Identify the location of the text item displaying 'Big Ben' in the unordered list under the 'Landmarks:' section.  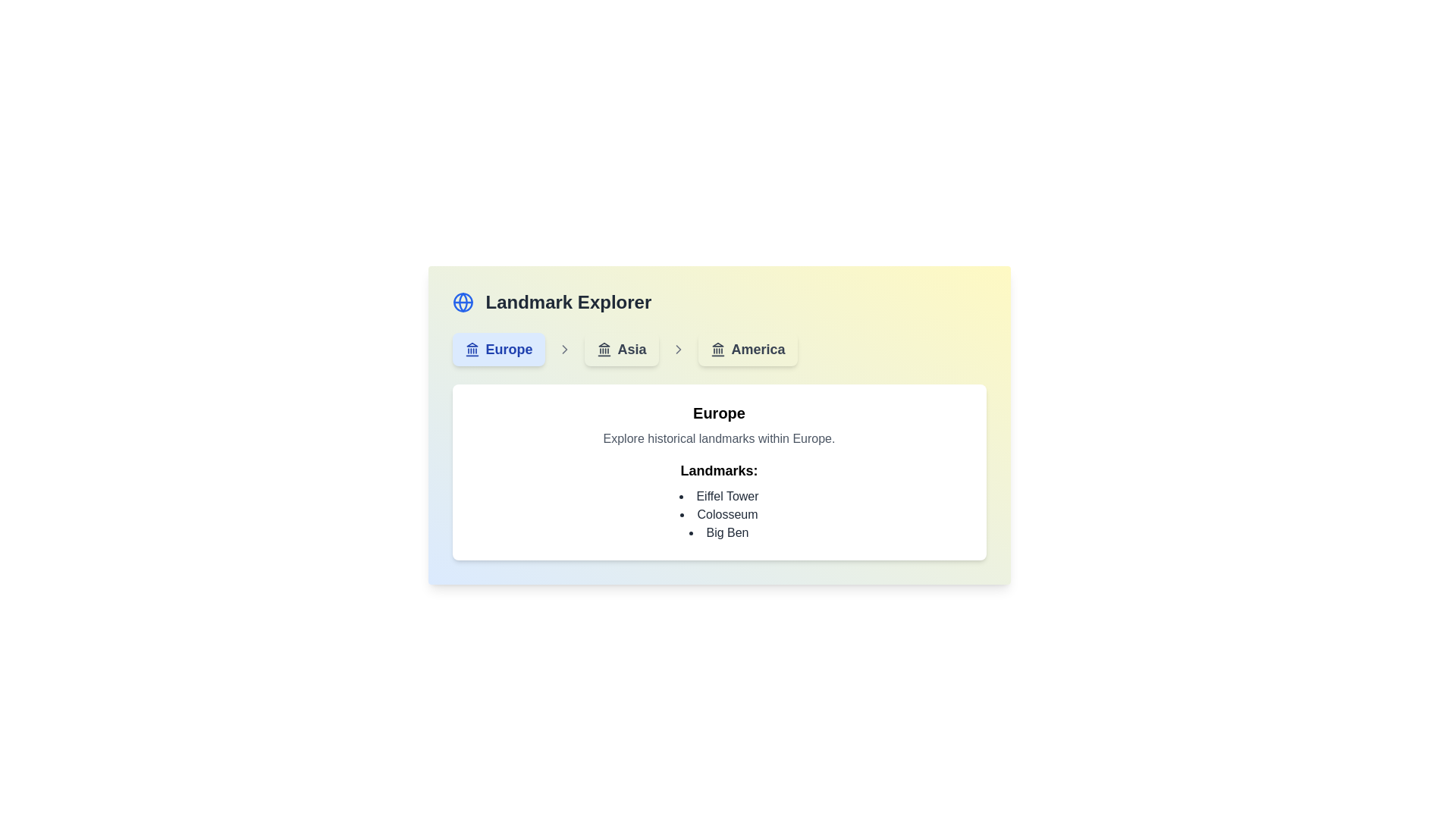
(718, 532).